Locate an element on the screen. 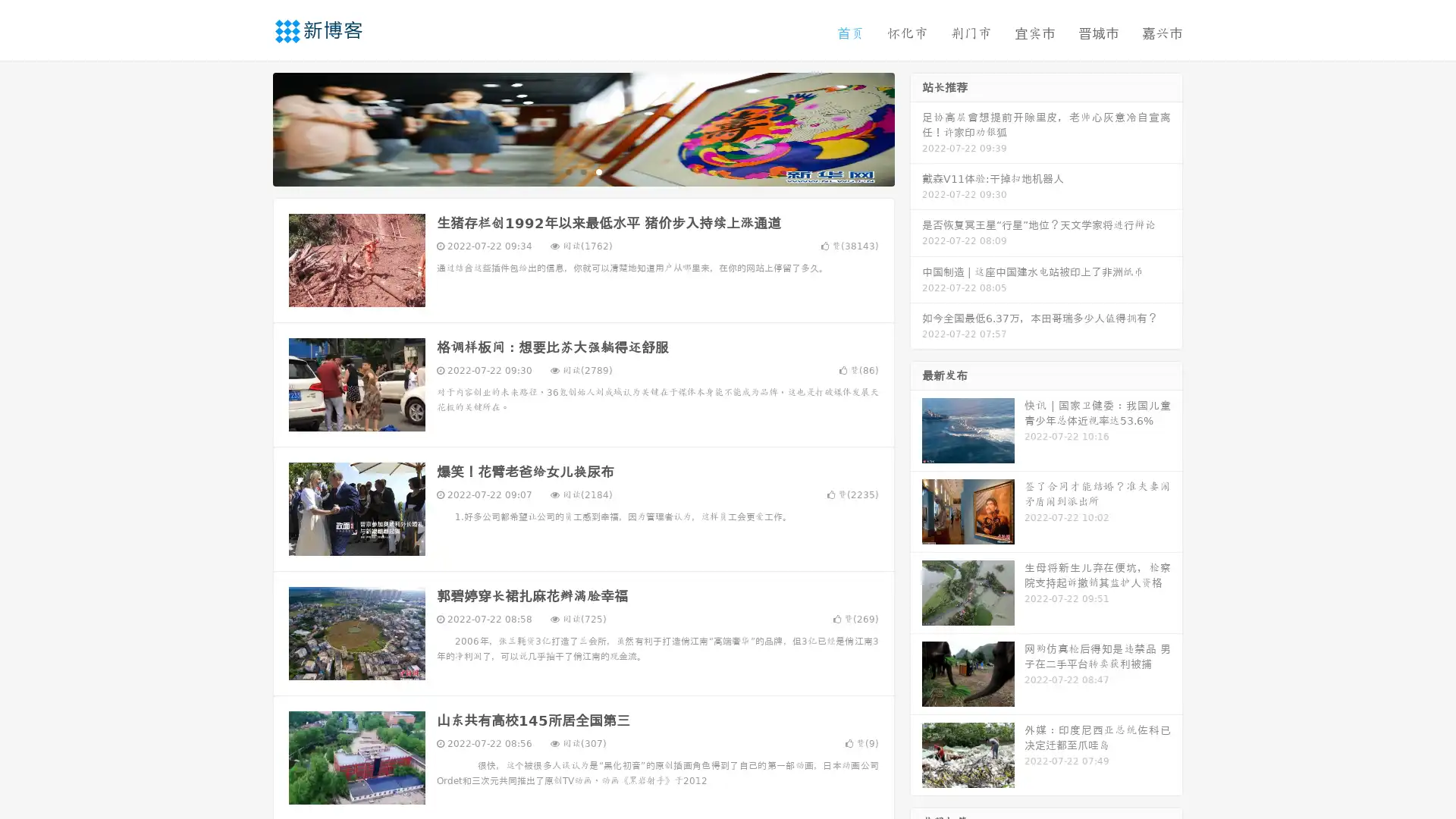 The width and height of the screenshot is (1456, 819). Go to slide 3 is located at coordinates (598, 171).